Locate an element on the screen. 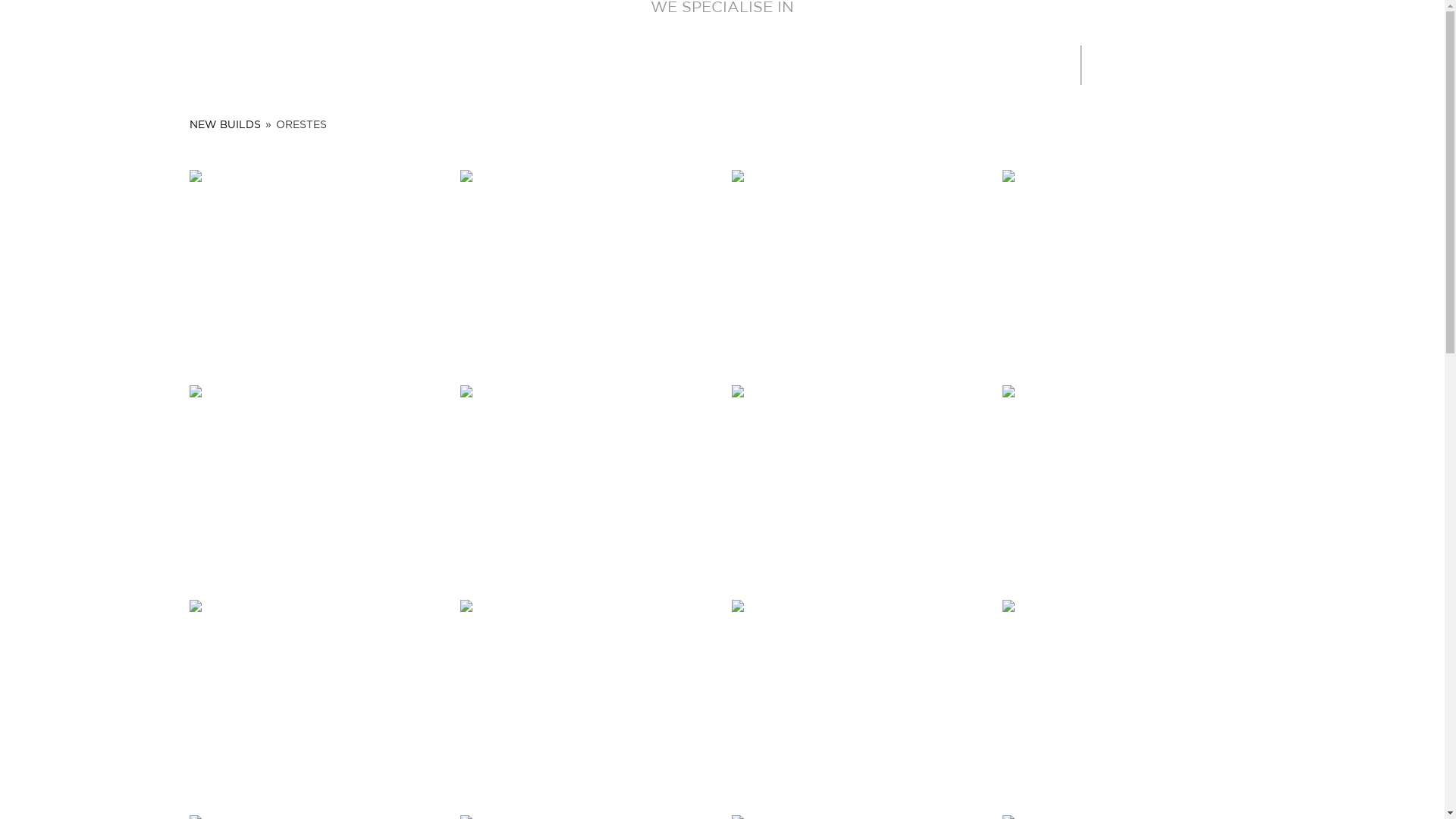 Image resolution: width=1456 pixels, height=819 pixels. 'Orestes' is located at coordinates (585, 483).